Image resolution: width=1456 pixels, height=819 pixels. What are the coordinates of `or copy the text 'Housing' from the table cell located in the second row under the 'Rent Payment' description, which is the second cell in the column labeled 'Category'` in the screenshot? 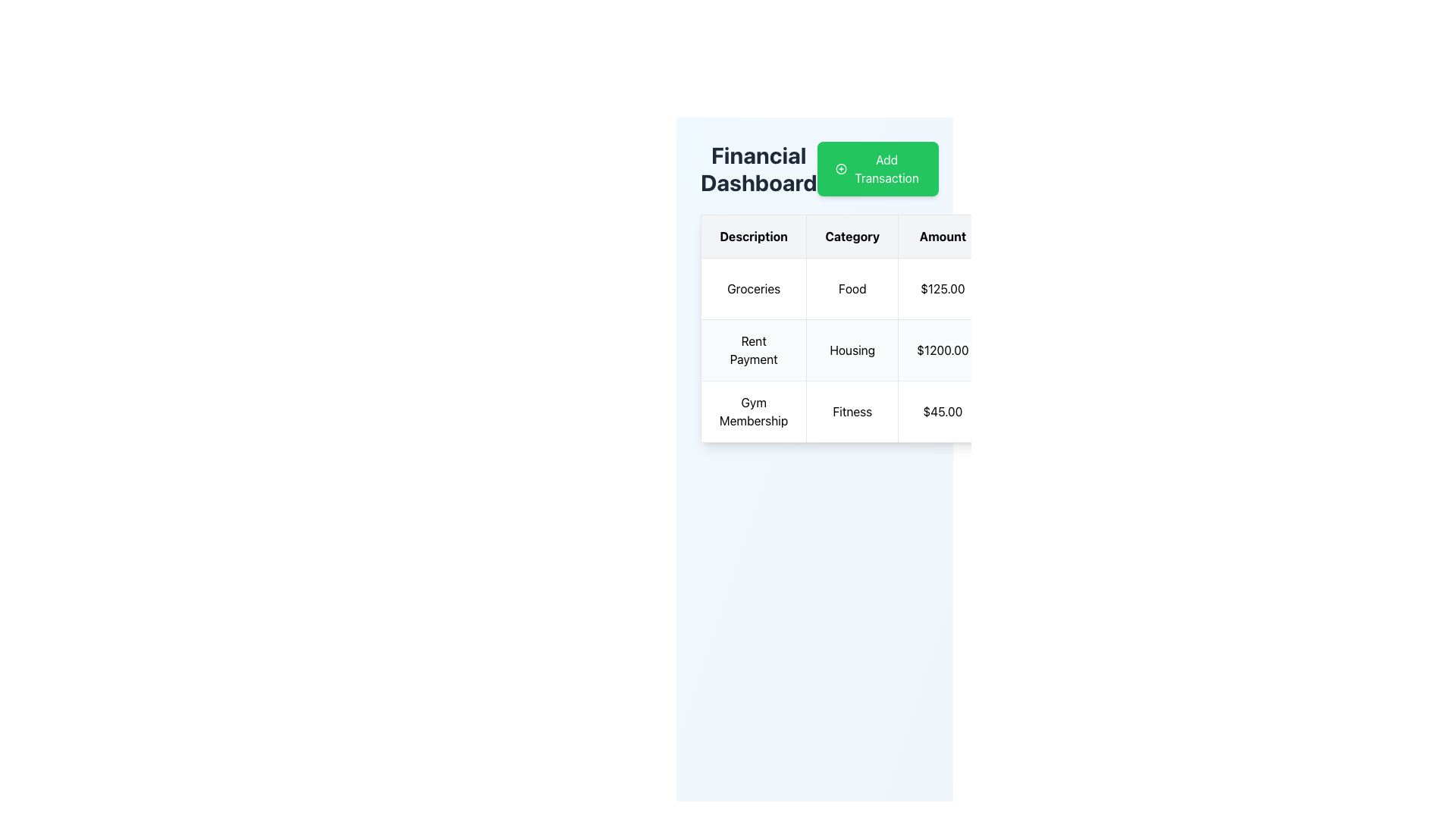 It's located at (852, 350).